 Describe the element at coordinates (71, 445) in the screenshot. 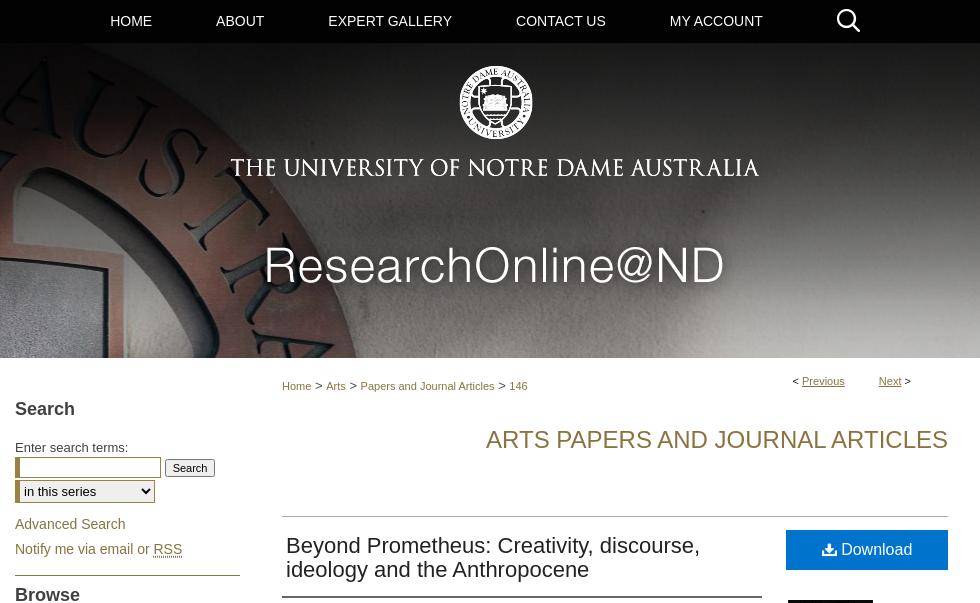

I see `'Enter search terms:'` at that location.